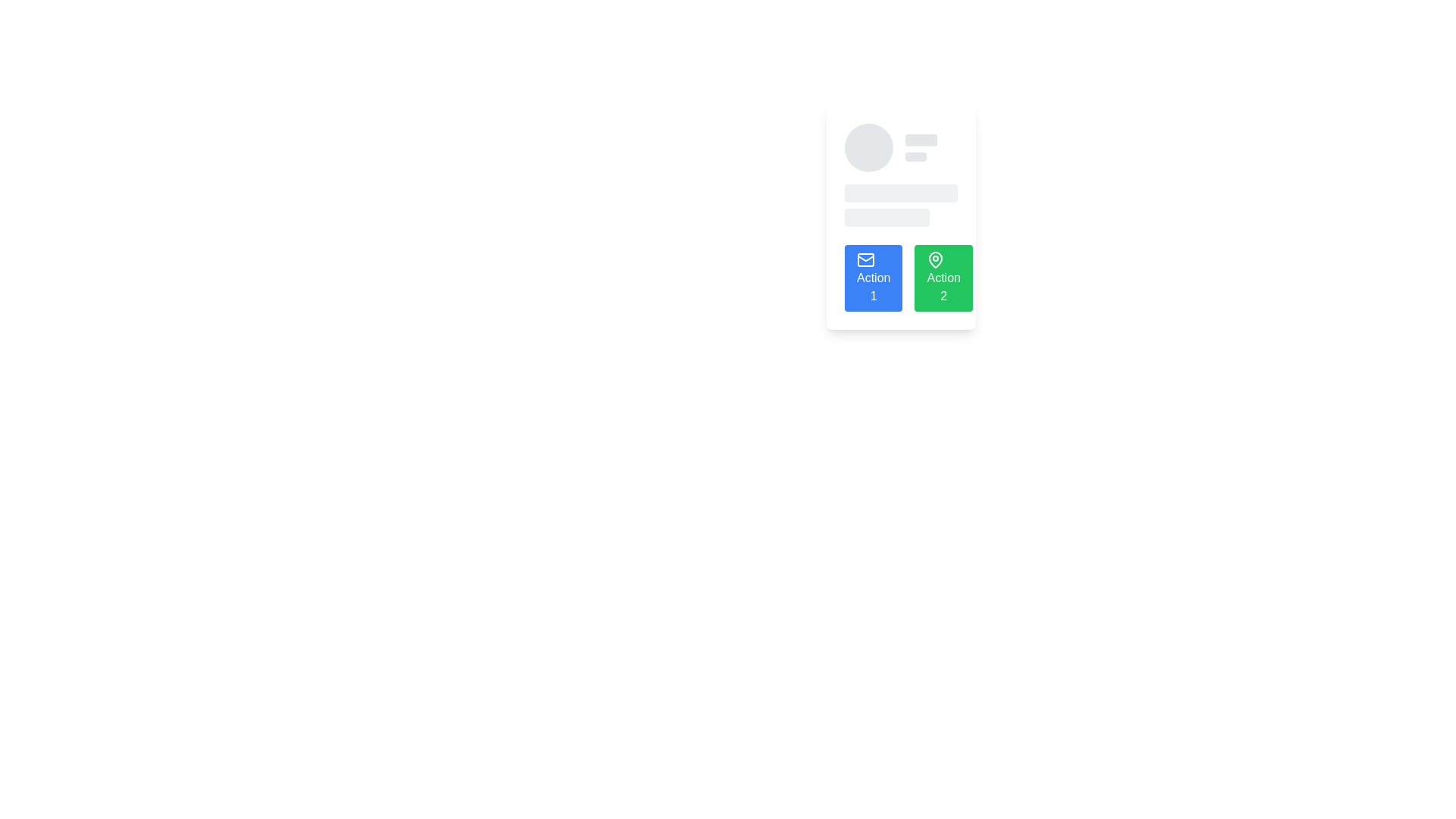  Describe the element at coordinates (935, 259) in the screenshot. I see `SVG graphic icon of a map pin located within the 'Action 2' button at the bottom right of the card layout to view its properties` at that location.